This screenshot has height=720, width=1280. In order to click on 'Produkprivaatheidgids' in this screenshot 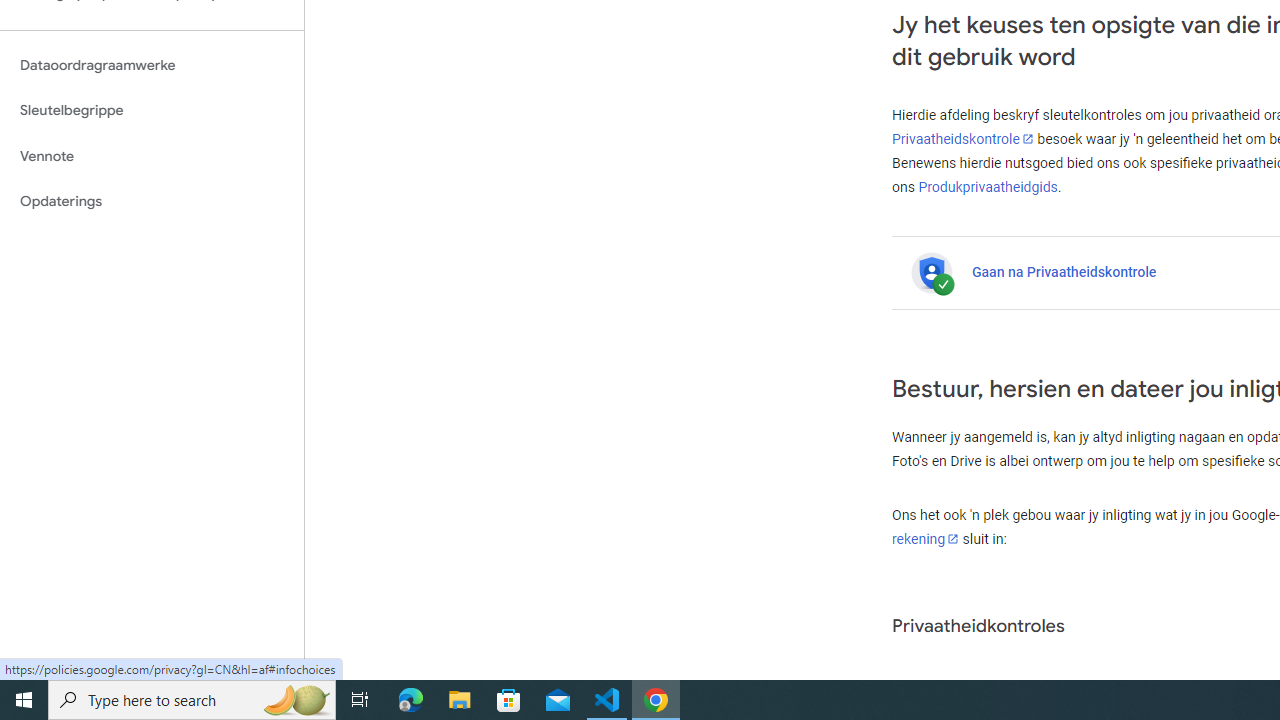, I will do `click(988, 186)`.